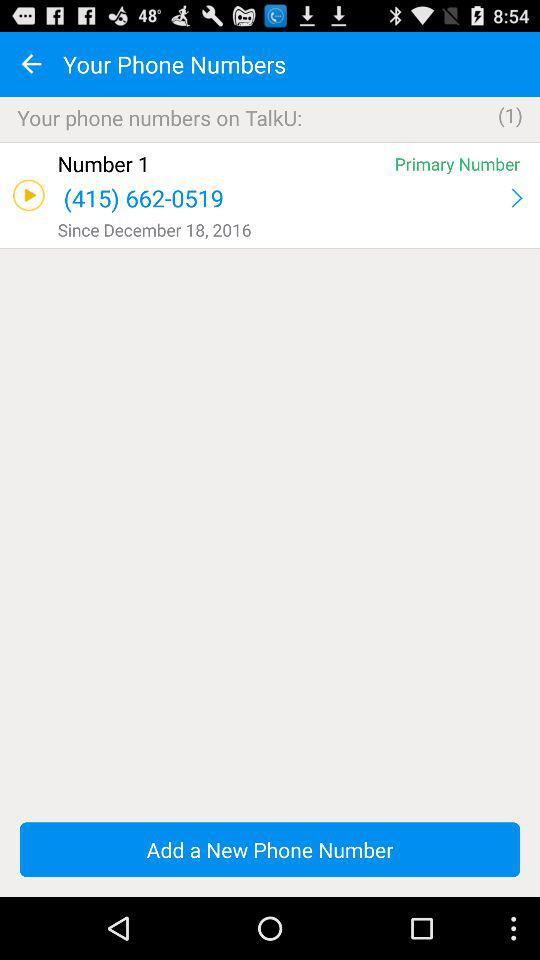 The image size is (540, 960). What do you see at coordinates (516, 198) in the screenshot?
I see `app below the primary number icon` at bounding box center [516, 198].